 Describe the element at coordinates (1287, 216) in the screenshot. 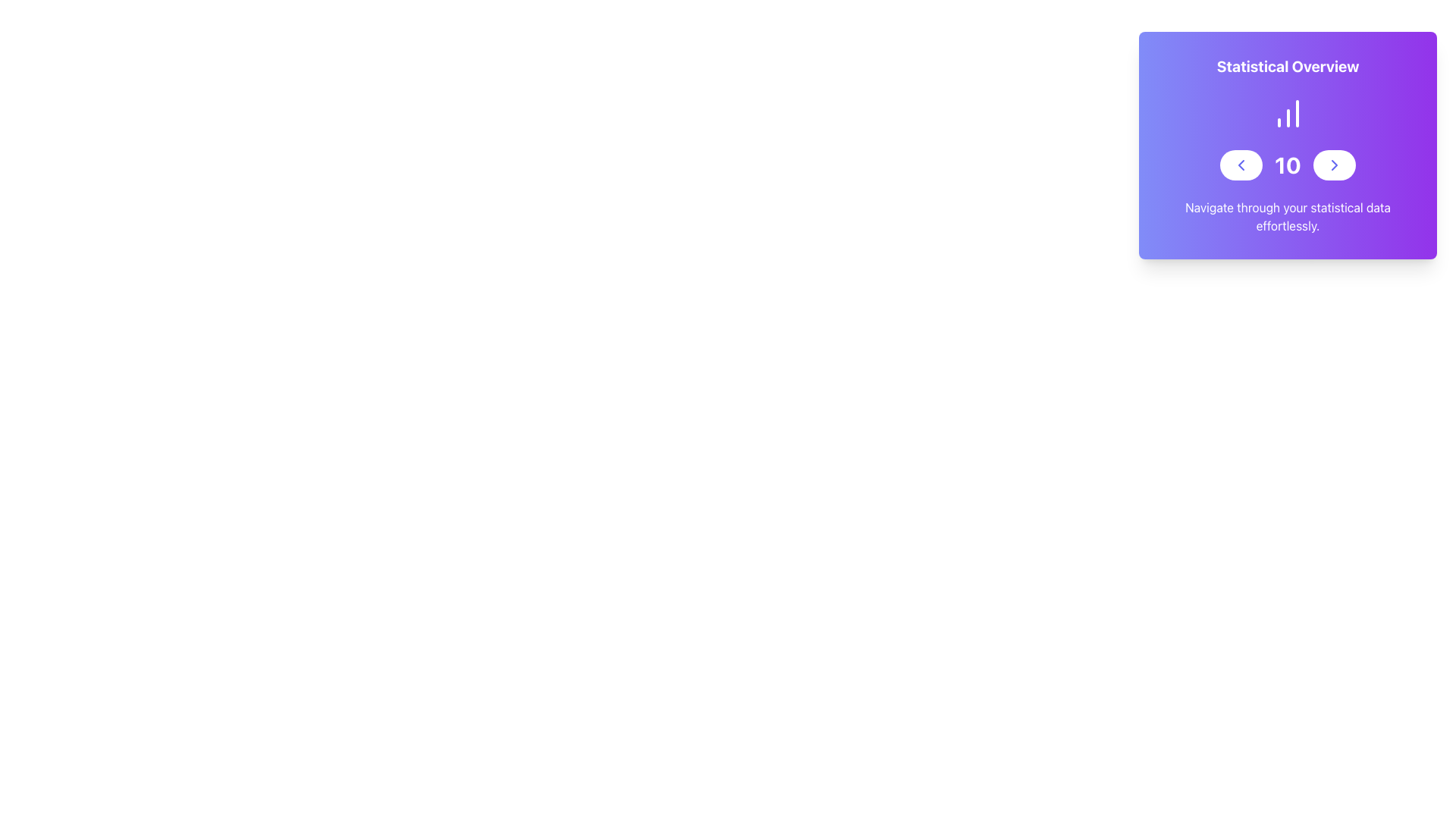

I see `the text label displaying 'Navigate through your statistical data effortlessly.' which is located at the bottom section of a rounded rectangular card layout` at that location.